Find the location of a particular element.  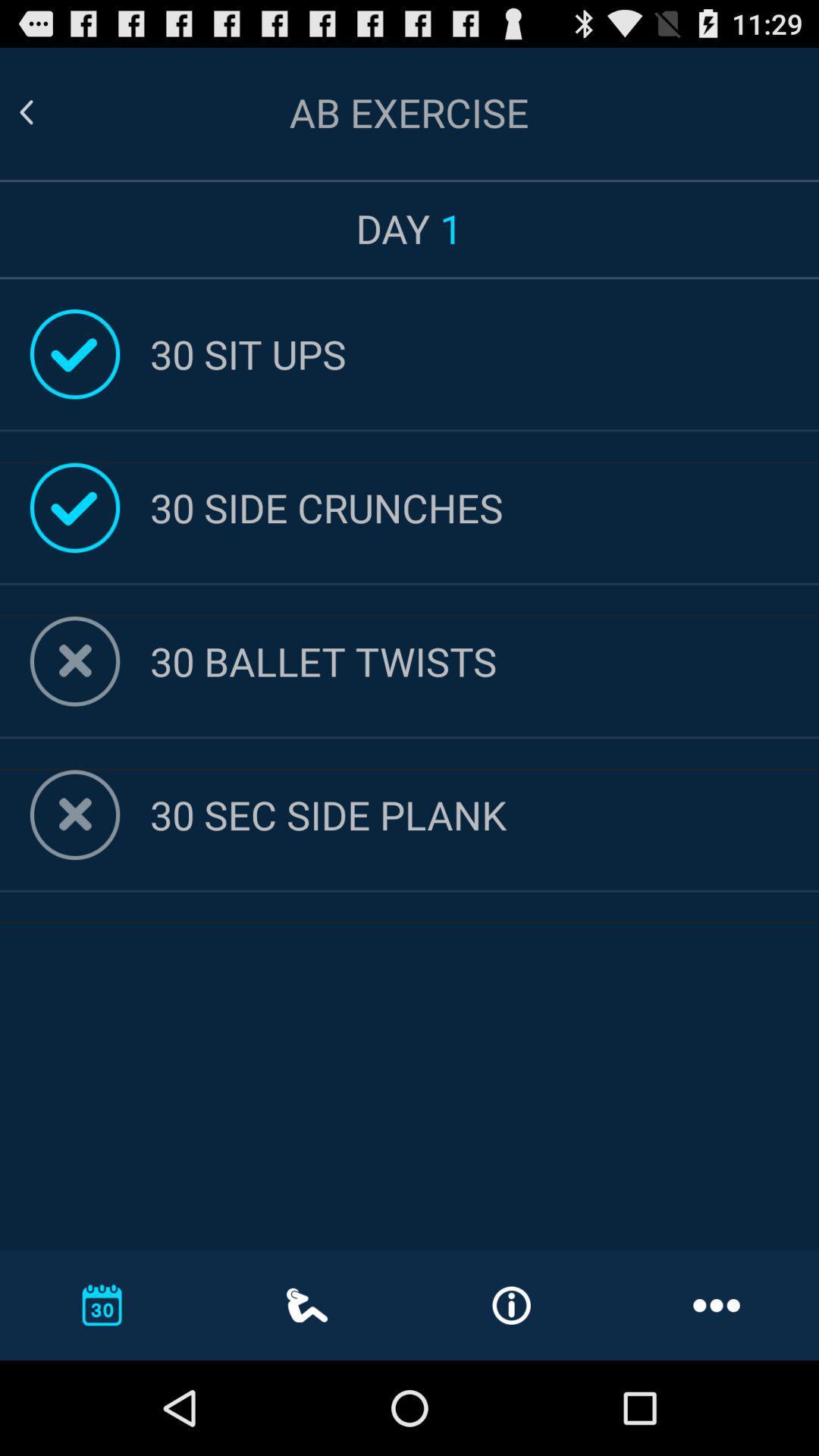

option beside 30 sec side plank is located at coordinates (75, 814).